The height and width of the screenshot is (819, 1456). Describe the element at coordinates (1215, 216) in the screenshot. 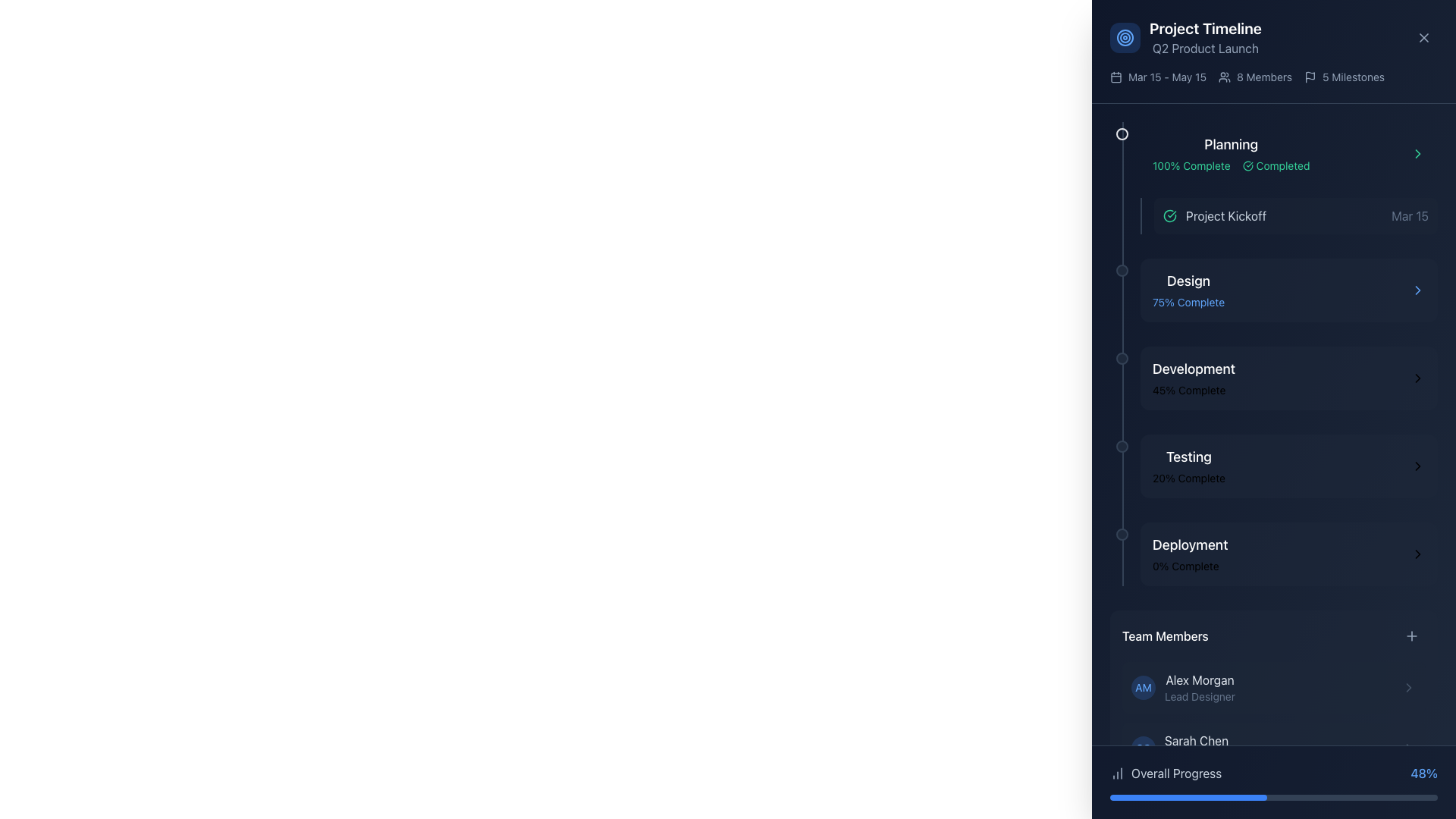

I see `the 'Project Kickoff' label with a green checkmark in the 'Planning' section of the timeline interface` at that location.